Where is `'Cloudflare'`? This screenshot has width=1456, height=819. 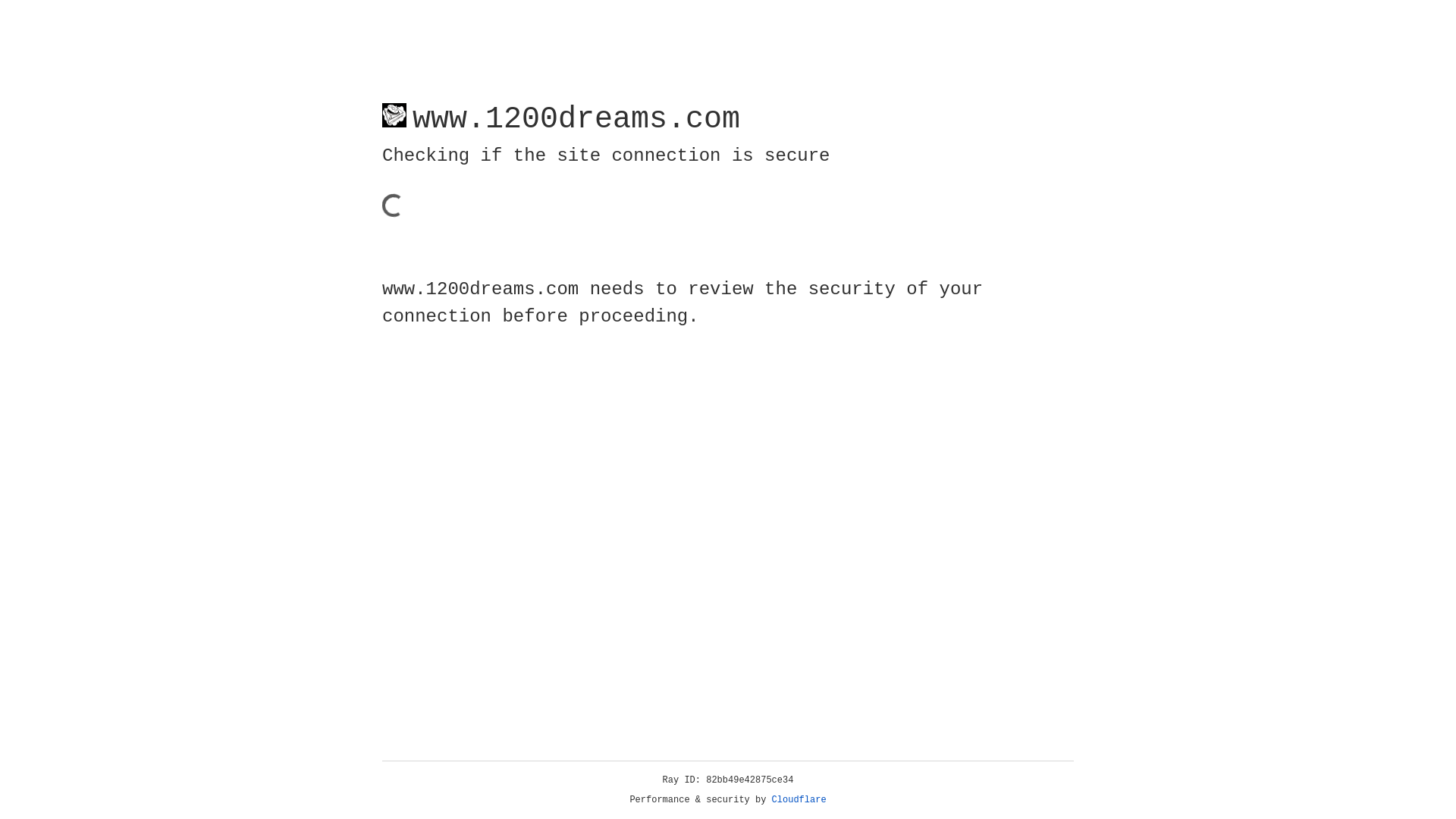 'Cloudflare' is located at coordinates (799, 799).